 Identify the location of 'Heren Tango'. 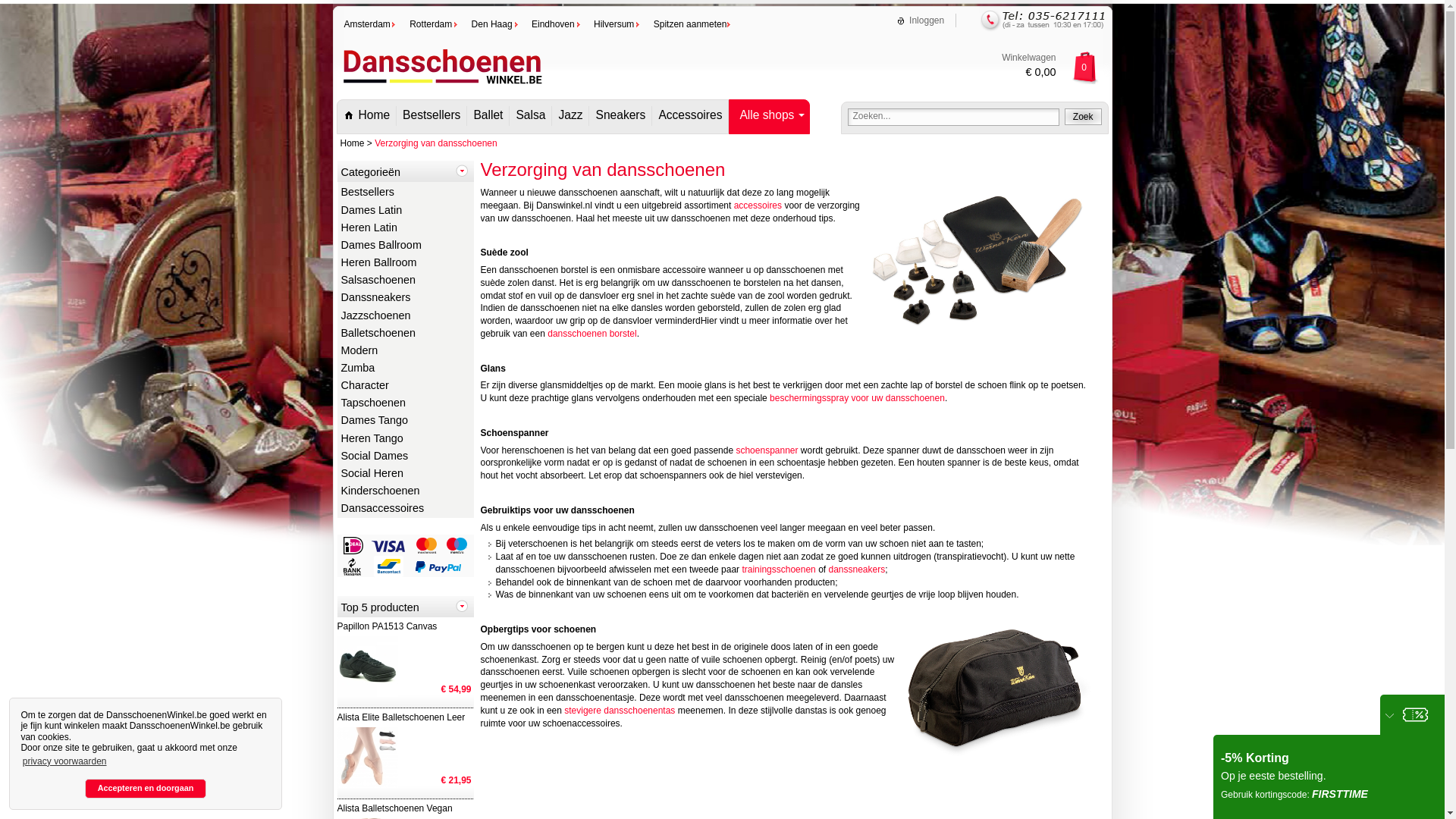
(404, 439).